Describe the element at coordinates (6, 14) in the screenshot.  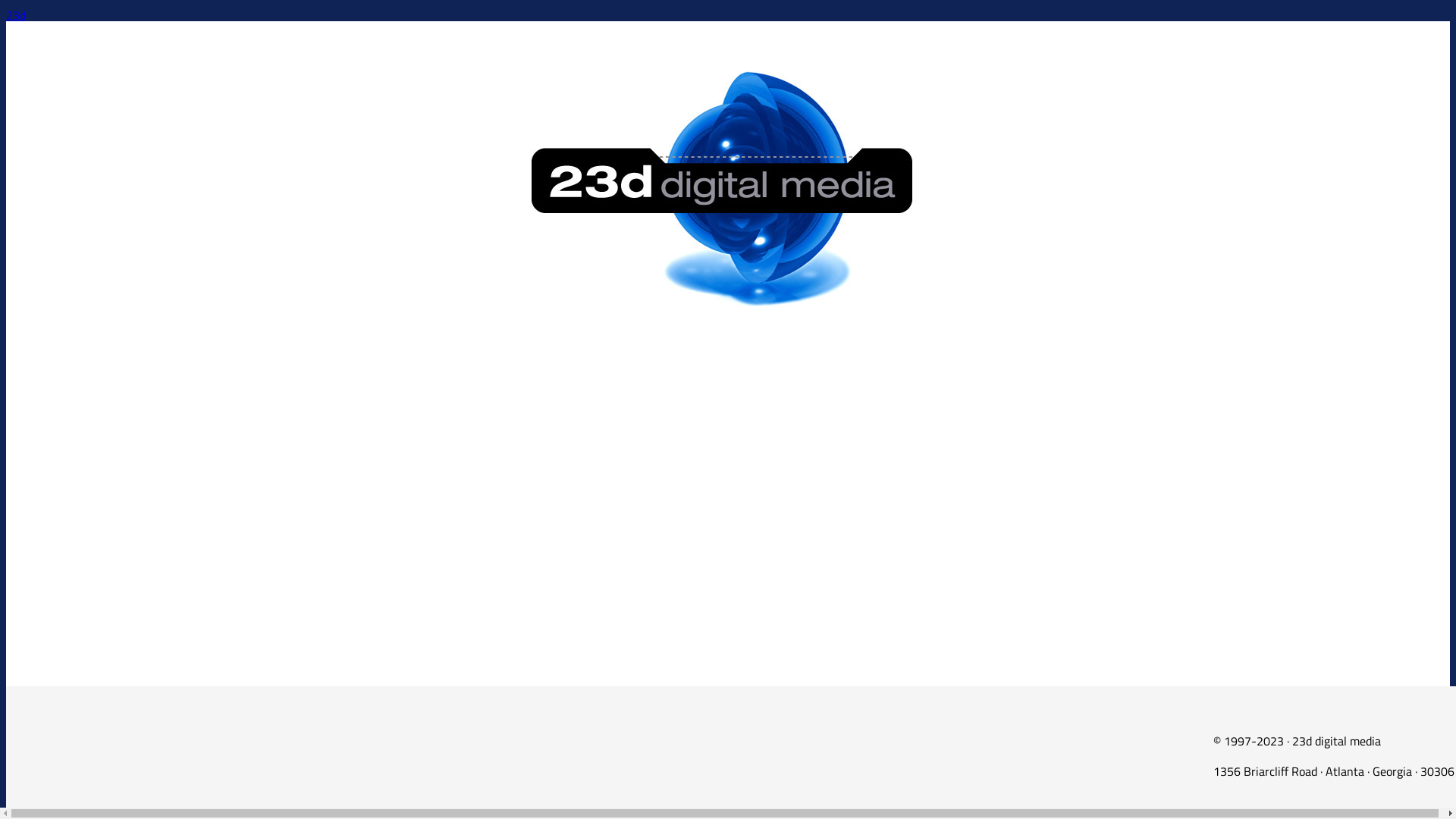
I see `'23d'` at that location.